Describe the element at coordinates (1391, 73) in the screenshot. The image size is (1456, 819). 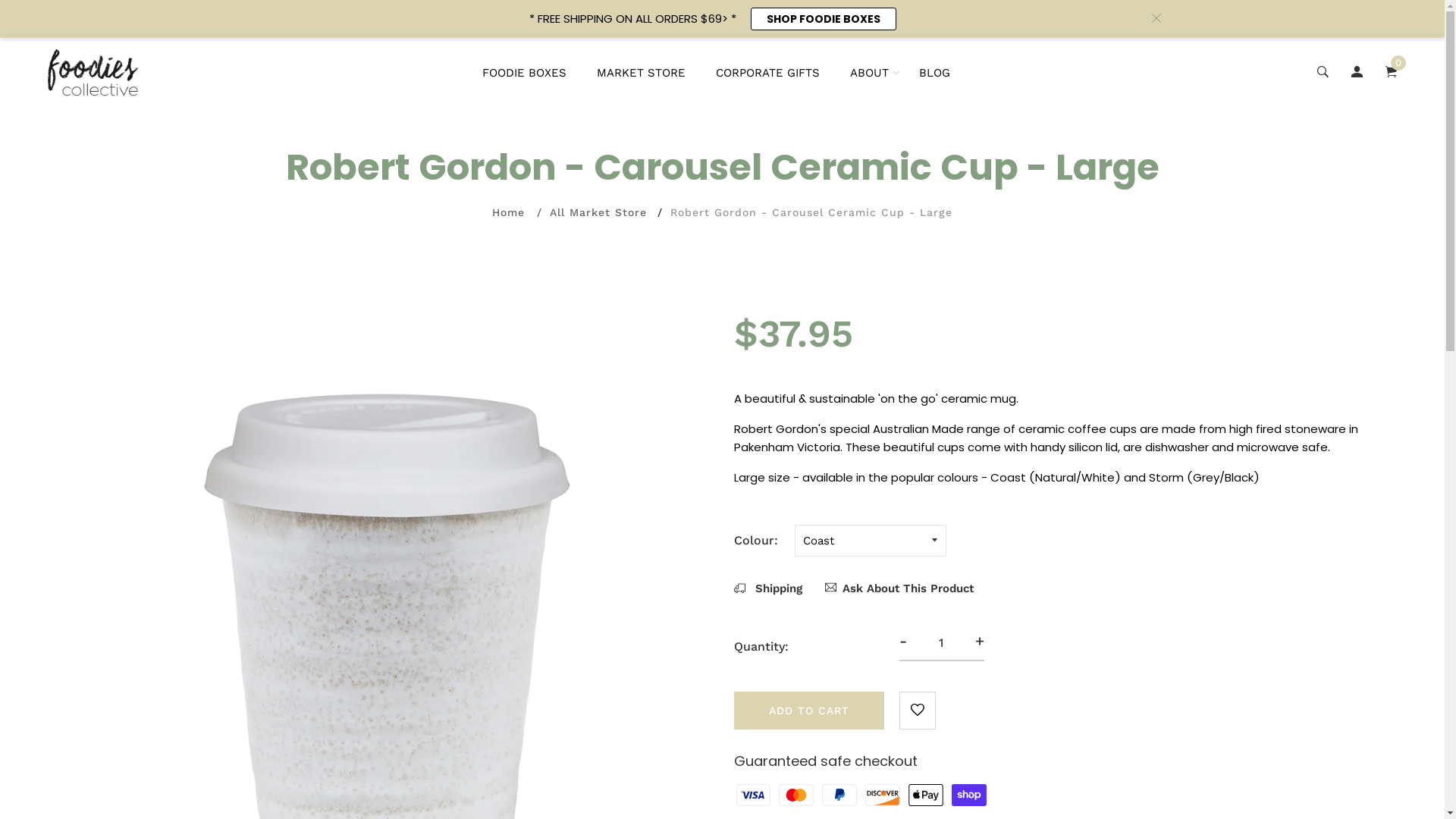
I see `'0'` at that location.